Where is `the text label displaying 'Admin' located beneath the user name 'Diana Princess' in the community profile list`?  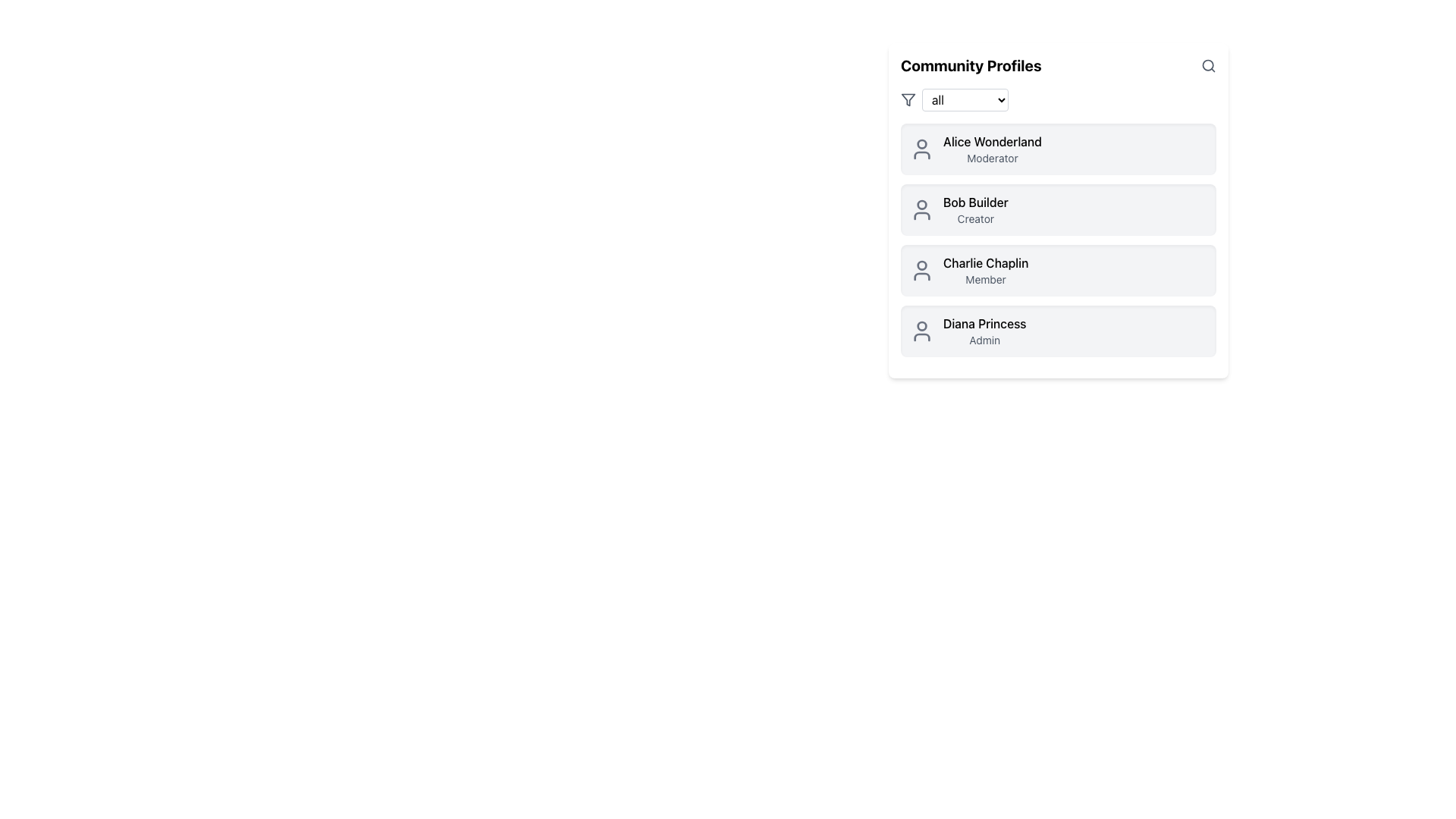
the text label displaying 'Admin' located beneath the user name 'Diana Princess' in the community profile list is located at coordinates (984, 339).